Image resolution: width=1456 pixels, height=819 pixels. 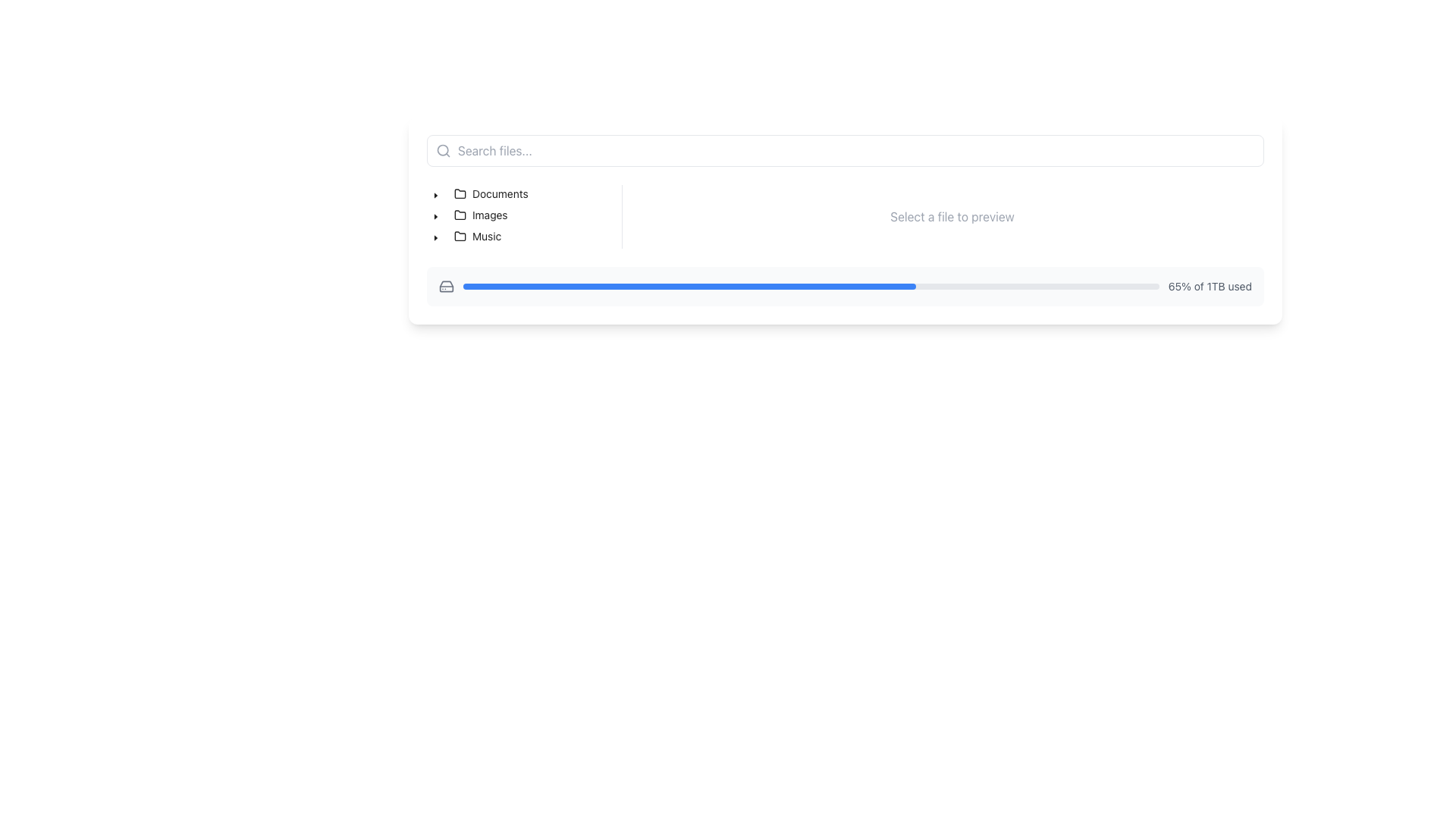 I want to click on the hard drive icon, which is a minimalist gray rectangular shape located at the leftmost position of the interface, adjacent to a progress bar and text labeled '65% of 1TB used.', so click(x=446, y=287).